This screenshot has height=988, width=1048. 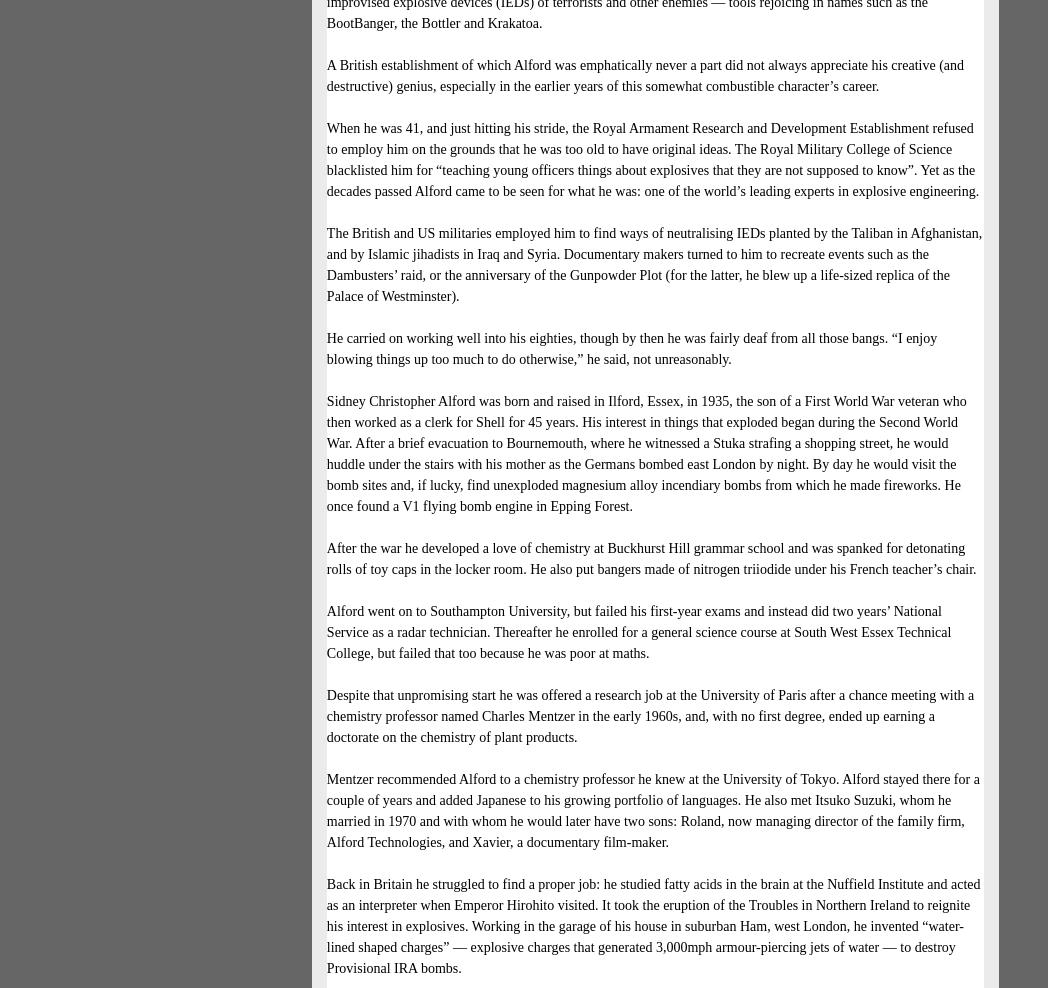 I want to click on 'When he was 41, and just hitting his stride,
the Royal Armament Research and Development Establishment refused to employ him on the grounds that he was too old to have original ideas. The Royal Military College of Science blacklisted him for
“teaching young officers things about explosives that they are not supposed to know”. Yet as the decades passed Alford came to be seen for what he was: one of the world’s leading experts in explosive
engineering.', so click(x=651, y=158).